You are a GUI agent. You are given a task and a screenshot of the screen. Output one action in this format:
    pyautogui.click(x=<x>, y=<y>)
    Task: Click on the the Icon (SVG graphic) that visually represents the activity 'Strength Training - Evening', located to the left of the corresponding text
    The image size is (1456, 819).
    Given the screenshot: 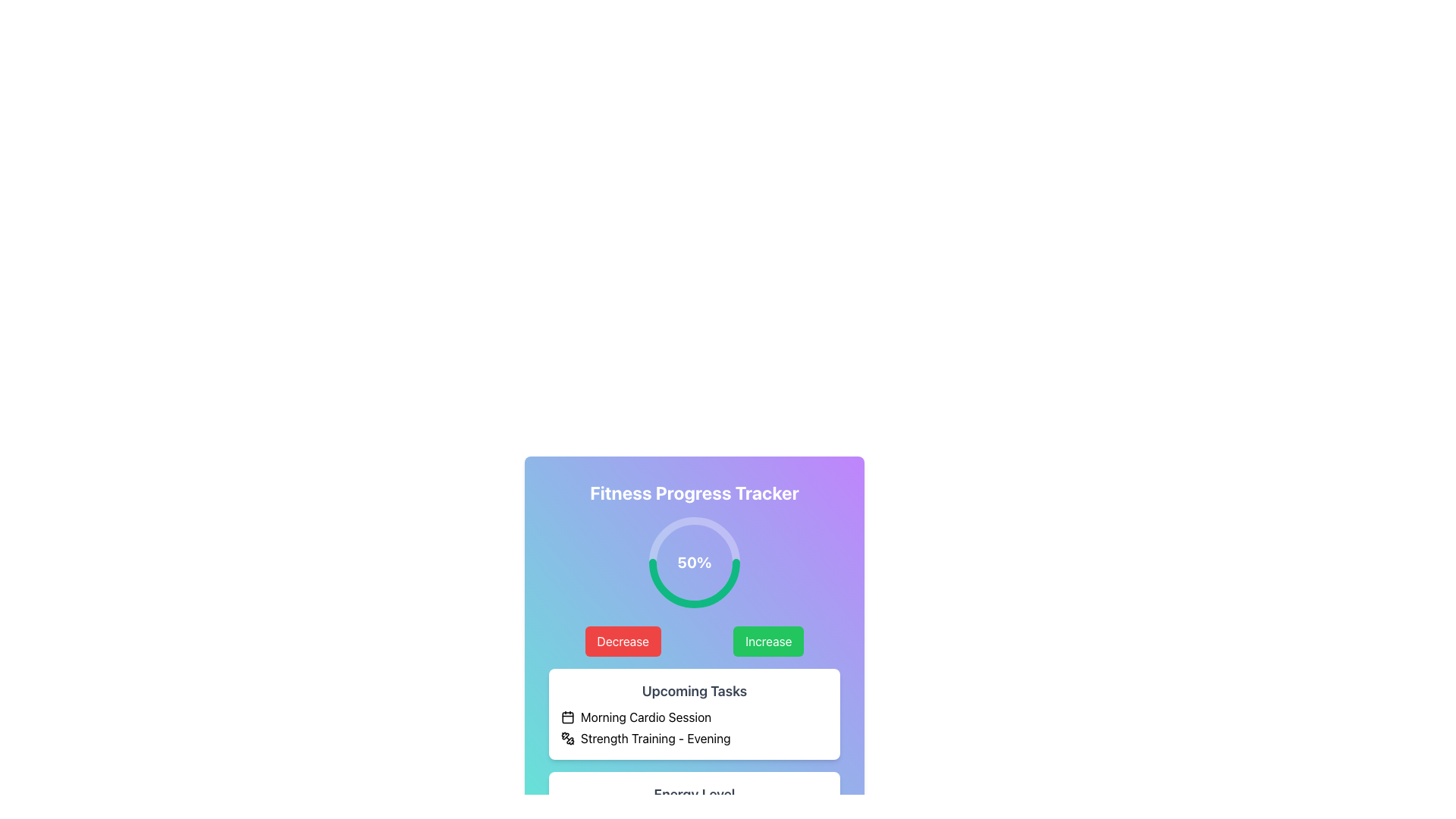 What is the action you would take?
    pyautogui.click(x=566, y=738)
    